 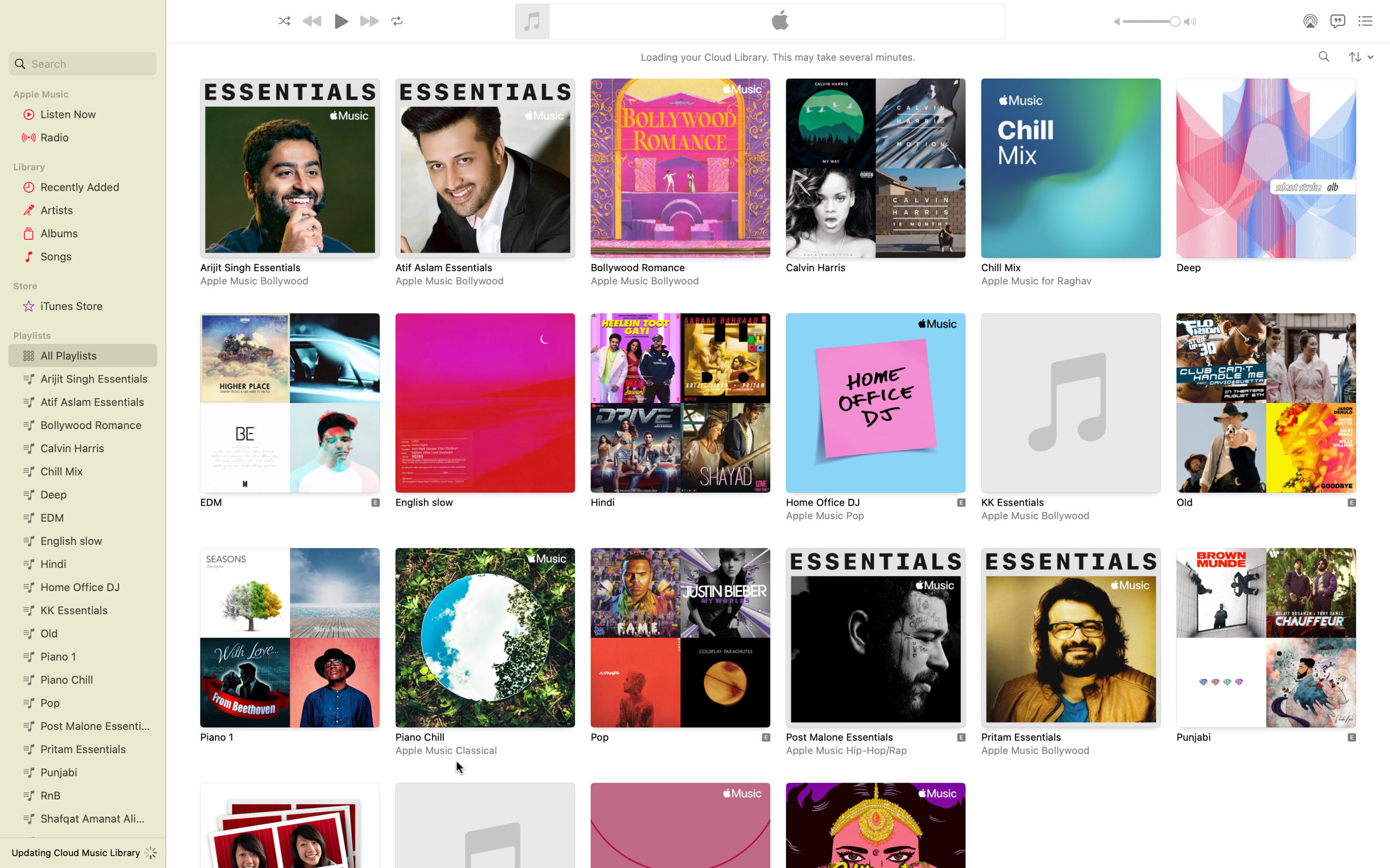 What do you see at coordinates (1324, 57) in the screenshot?
I see `the album "Views" by Drake on your system` at bounding box center [1324, 57].